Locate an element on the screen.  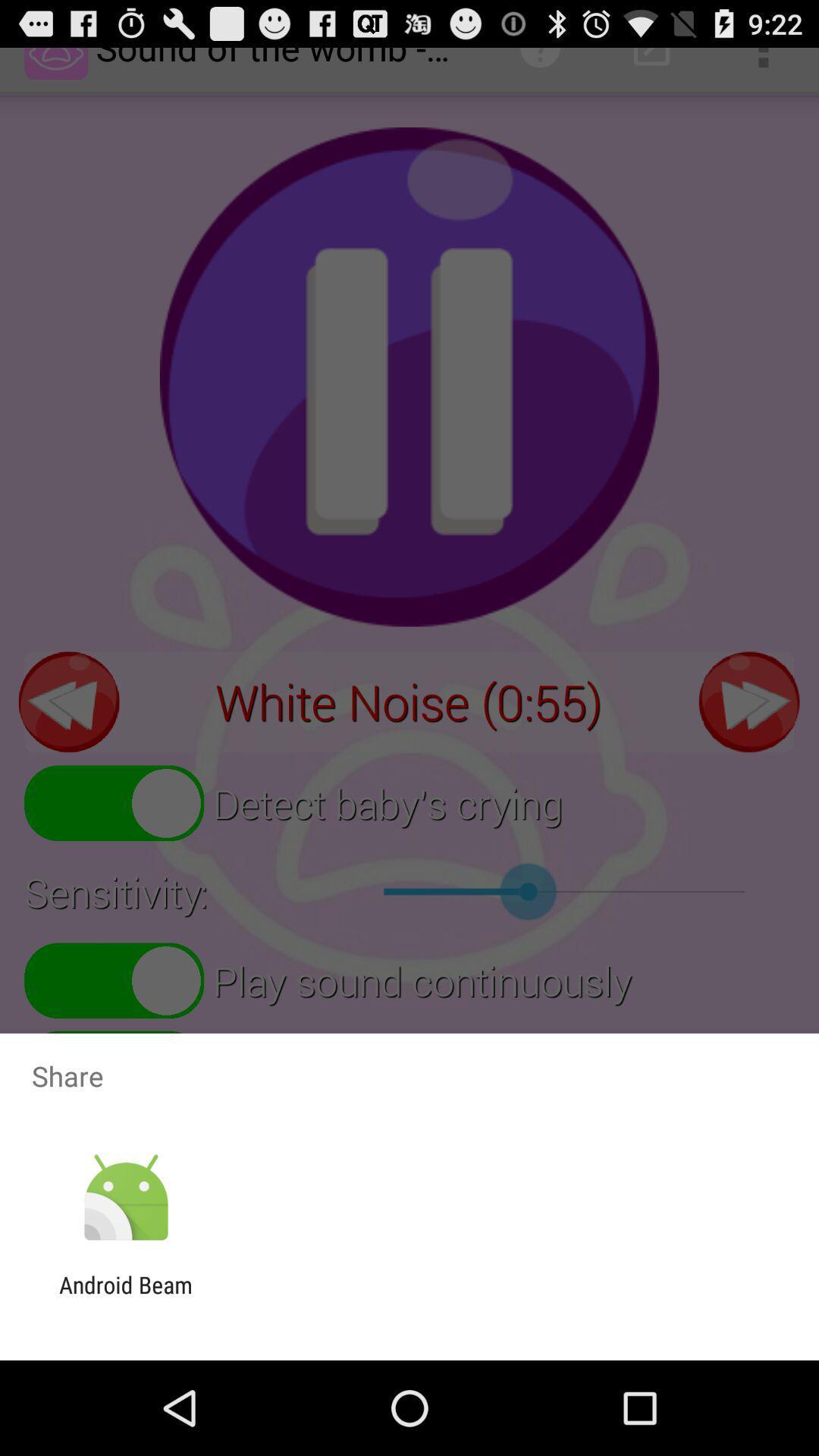
app above the android beam is located at coordinates (125, 1197).